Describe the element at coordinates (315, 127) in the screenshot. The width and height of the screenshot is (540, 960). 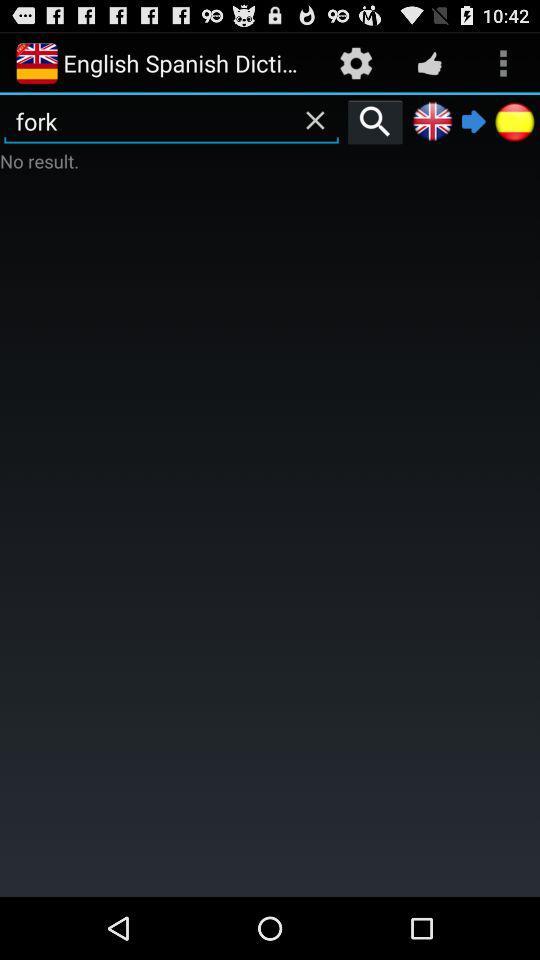
I see `the close icon` at that location.